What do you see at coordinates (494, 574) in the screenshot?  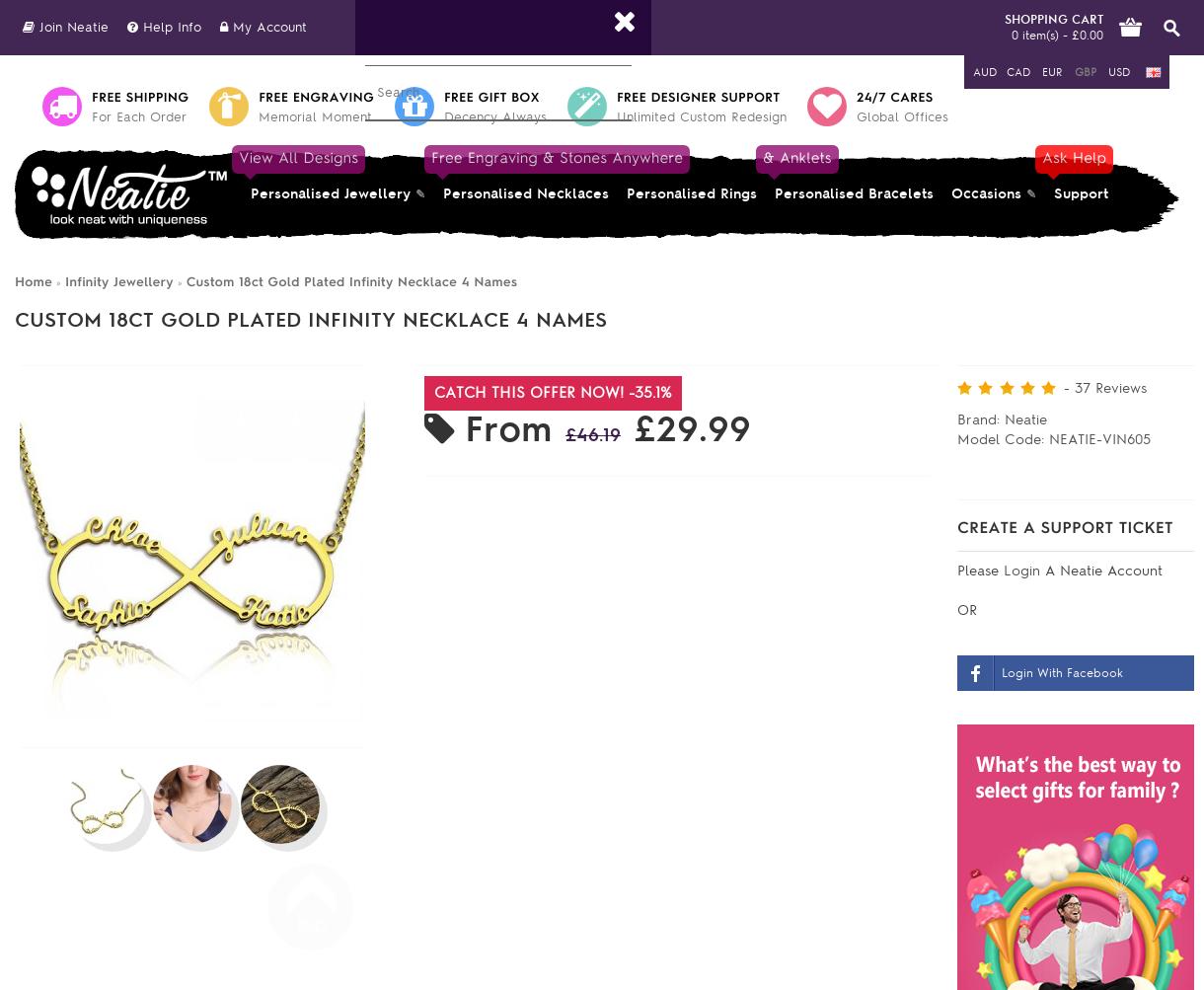 I see `'Available Options'` at bounding box center [494, 574].